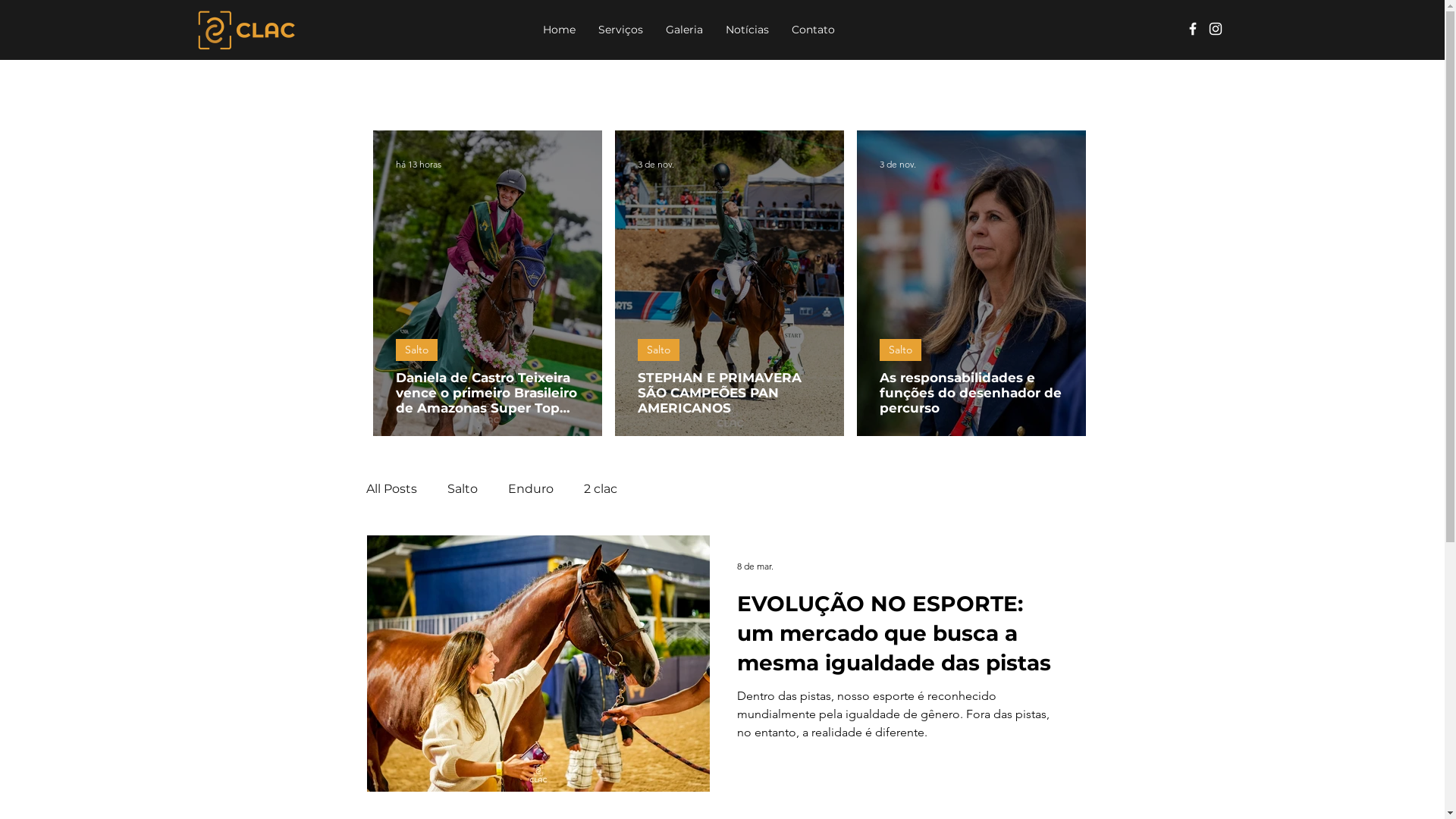  I want to click on 'All Posts', so click(365, 488).